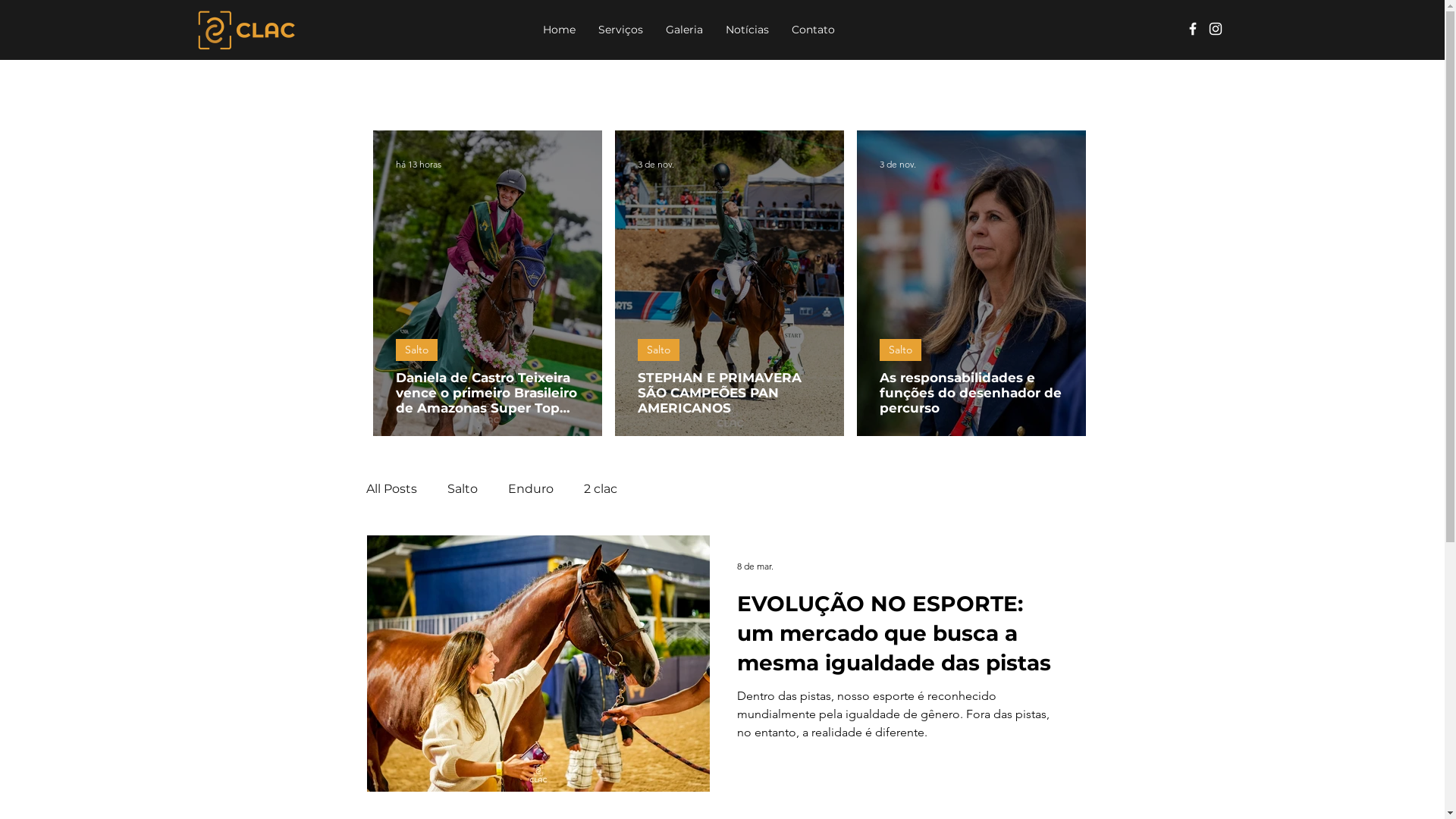  I want to click on 'All Posts', so click(365, 488).